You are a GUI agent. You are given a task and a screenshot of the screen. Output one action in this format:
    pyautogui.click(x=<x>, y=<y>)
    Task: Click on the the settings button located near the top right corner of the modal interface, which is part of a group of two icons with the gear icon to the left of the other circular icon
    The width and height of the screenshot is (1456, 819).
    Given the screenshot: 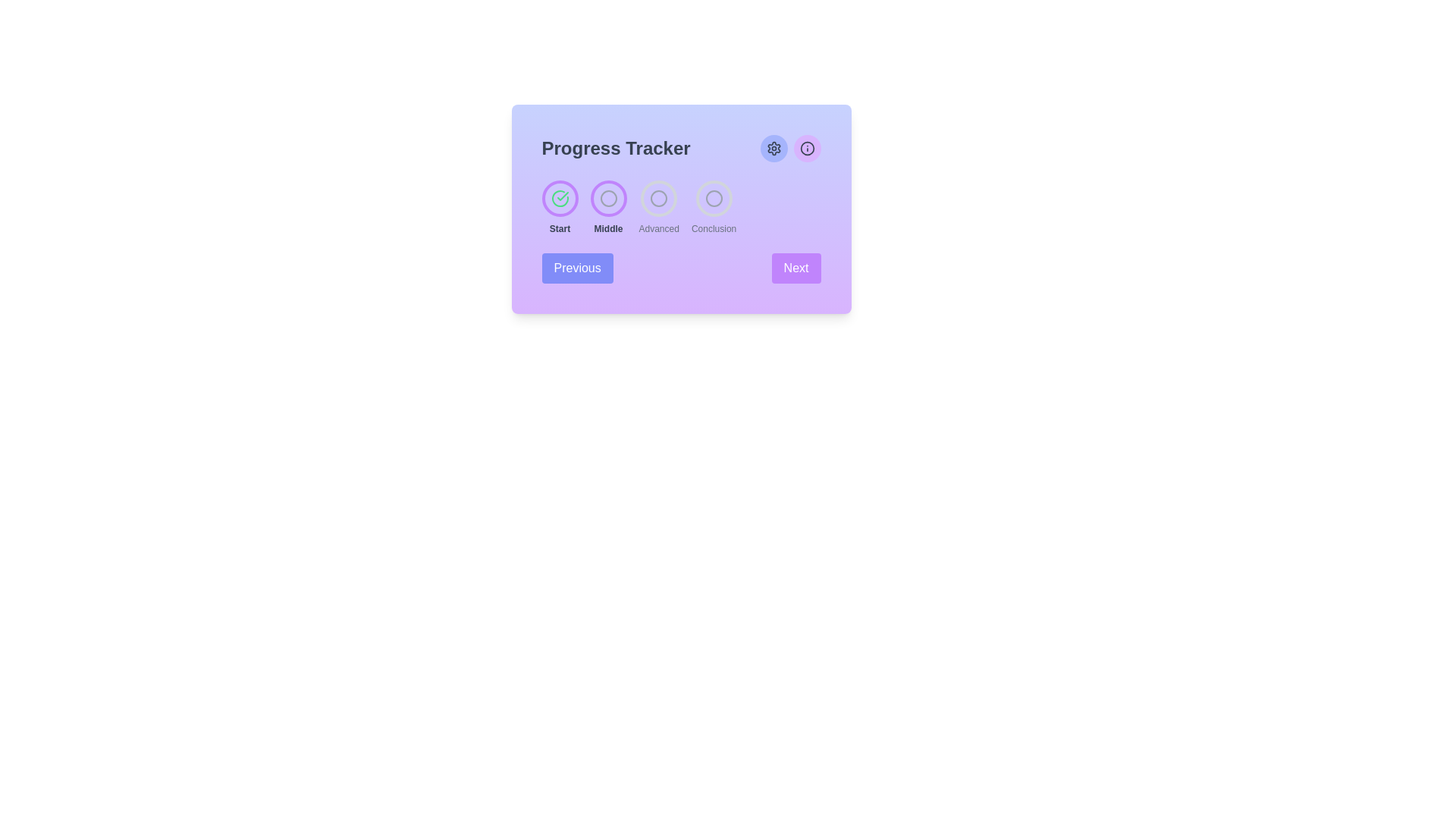 What is the action you would take?
    pyautogui.click(x=773, y=149)
    